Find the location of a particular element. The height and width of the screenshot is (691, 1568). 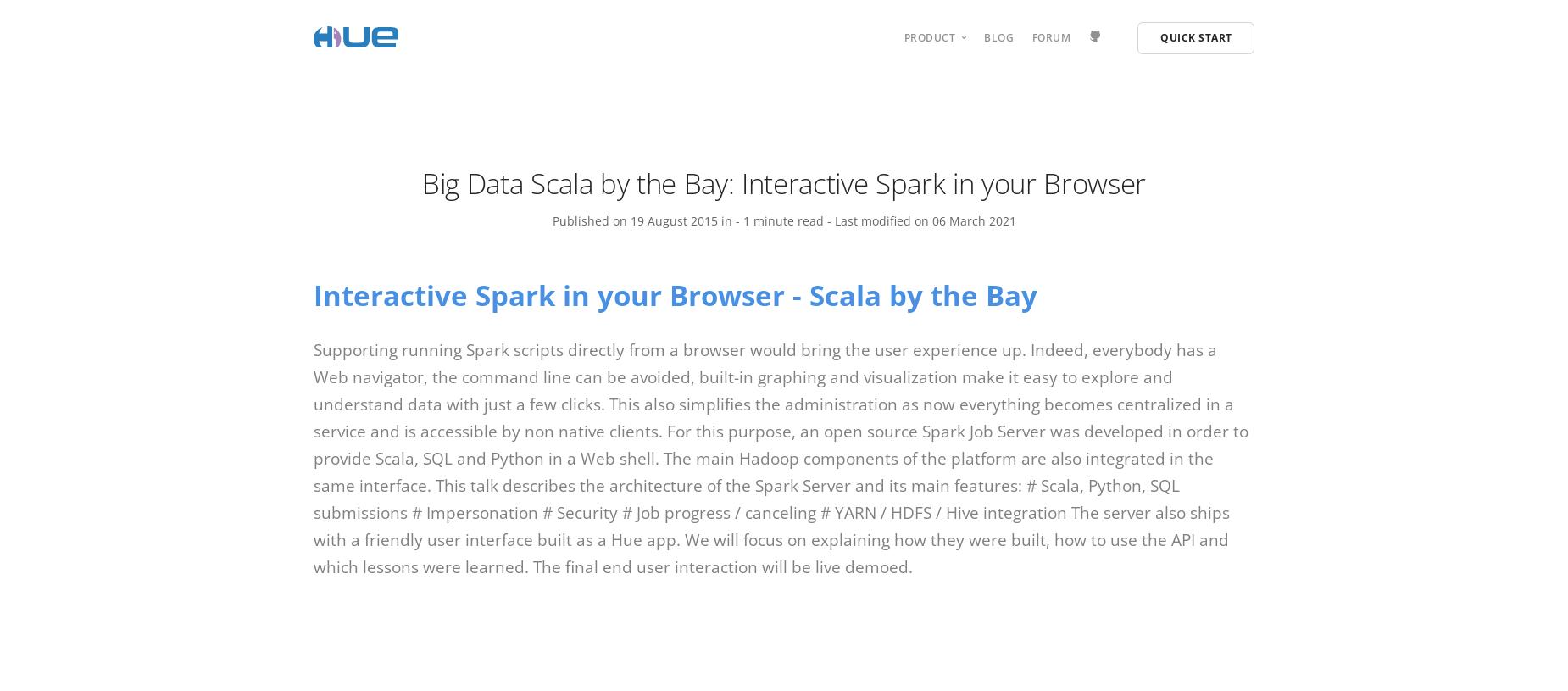

'Product' is located at coordinates (929, 36).